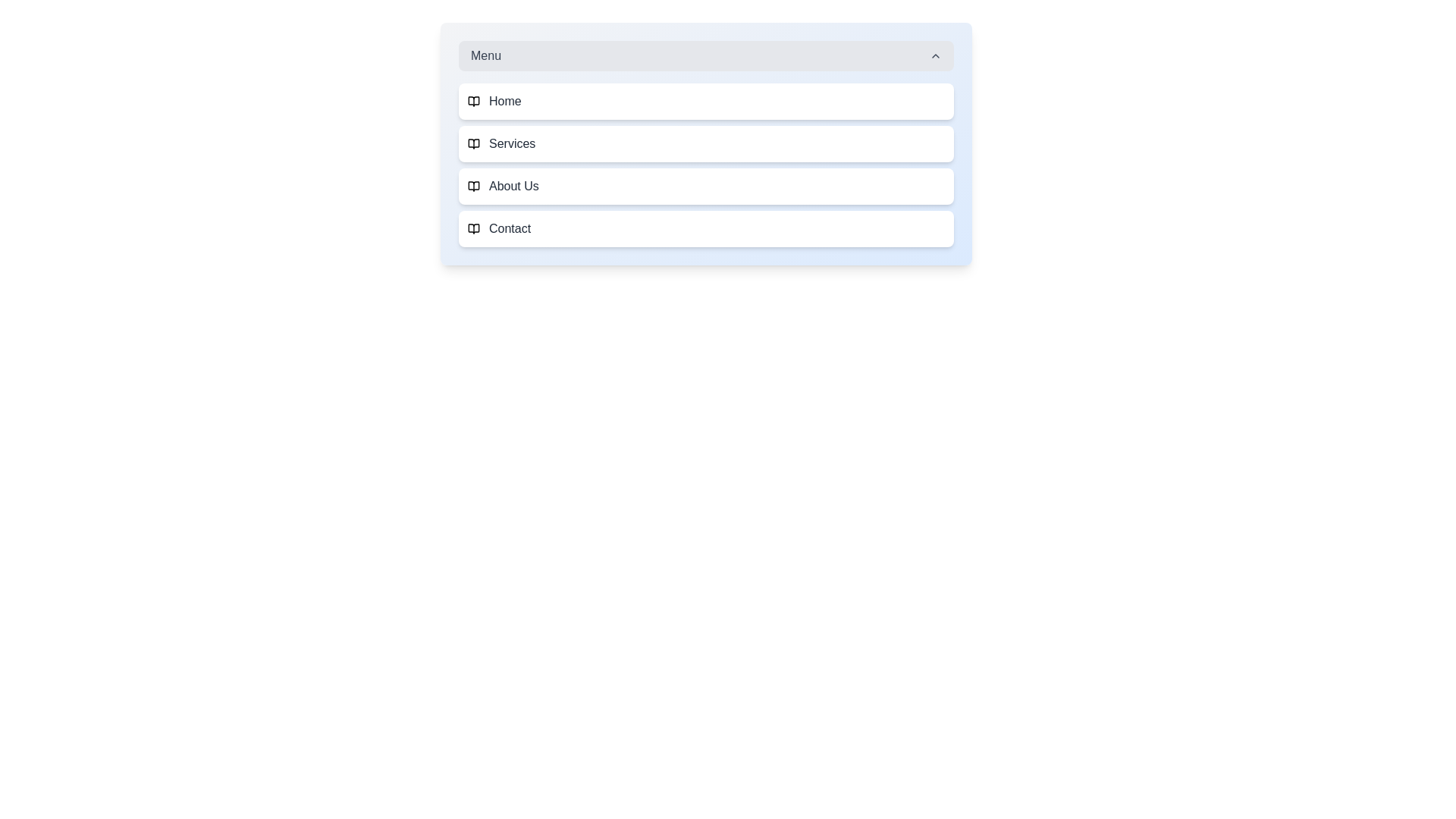 Image resolution: width=1456 pixels, height=819 pixels. Describe the element at coordinates (513, 186) in the screenshot. I see `the 'About Us' text label located in the third row of the vertical menu list, which is displayed in dark gray and has a medium font weight` at that location.